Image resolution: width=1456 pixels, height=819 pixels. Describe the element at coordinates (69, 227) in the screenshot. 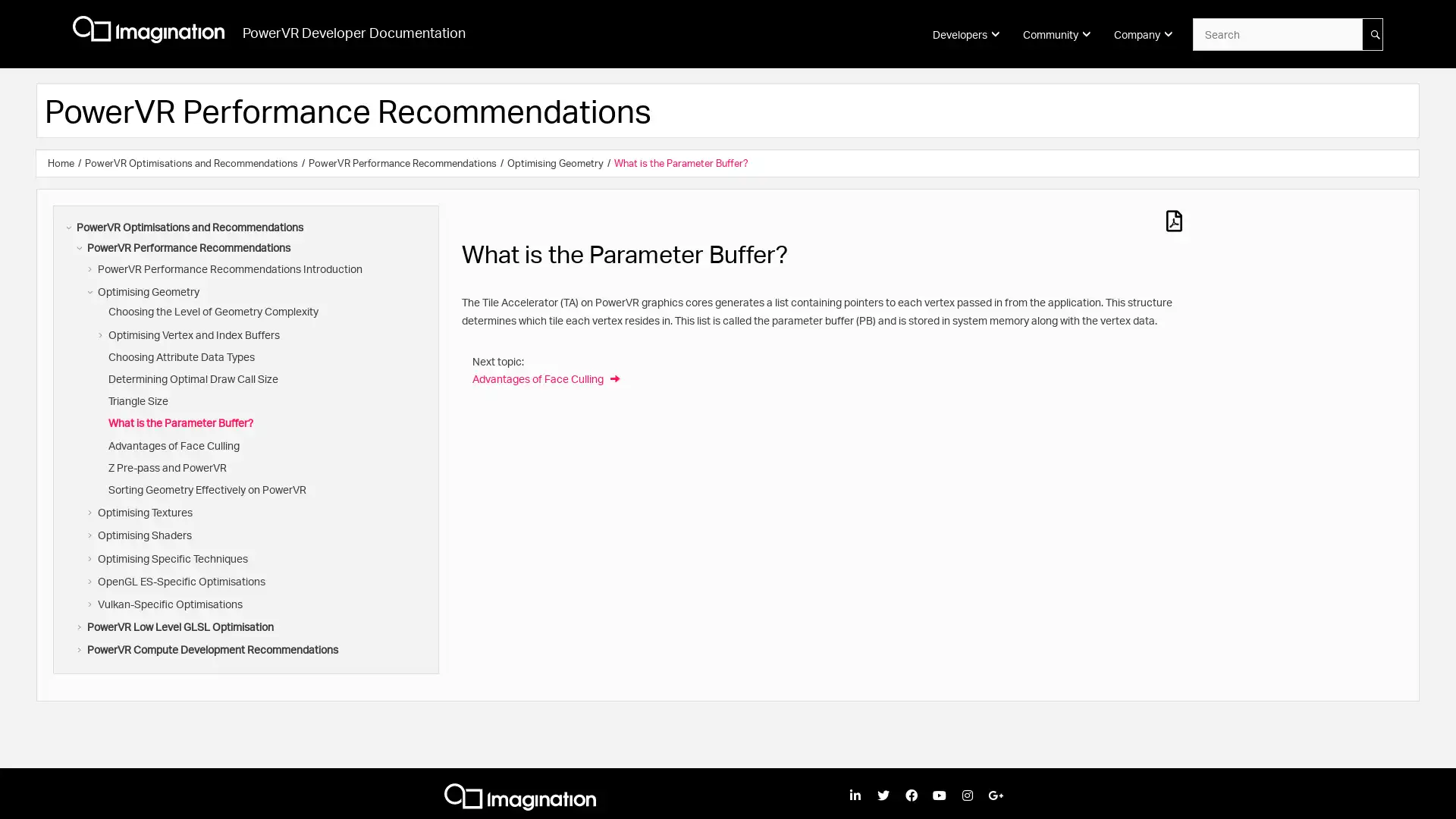

I see `Collapse PowerVR Optimisations and Recommendations` at that location.